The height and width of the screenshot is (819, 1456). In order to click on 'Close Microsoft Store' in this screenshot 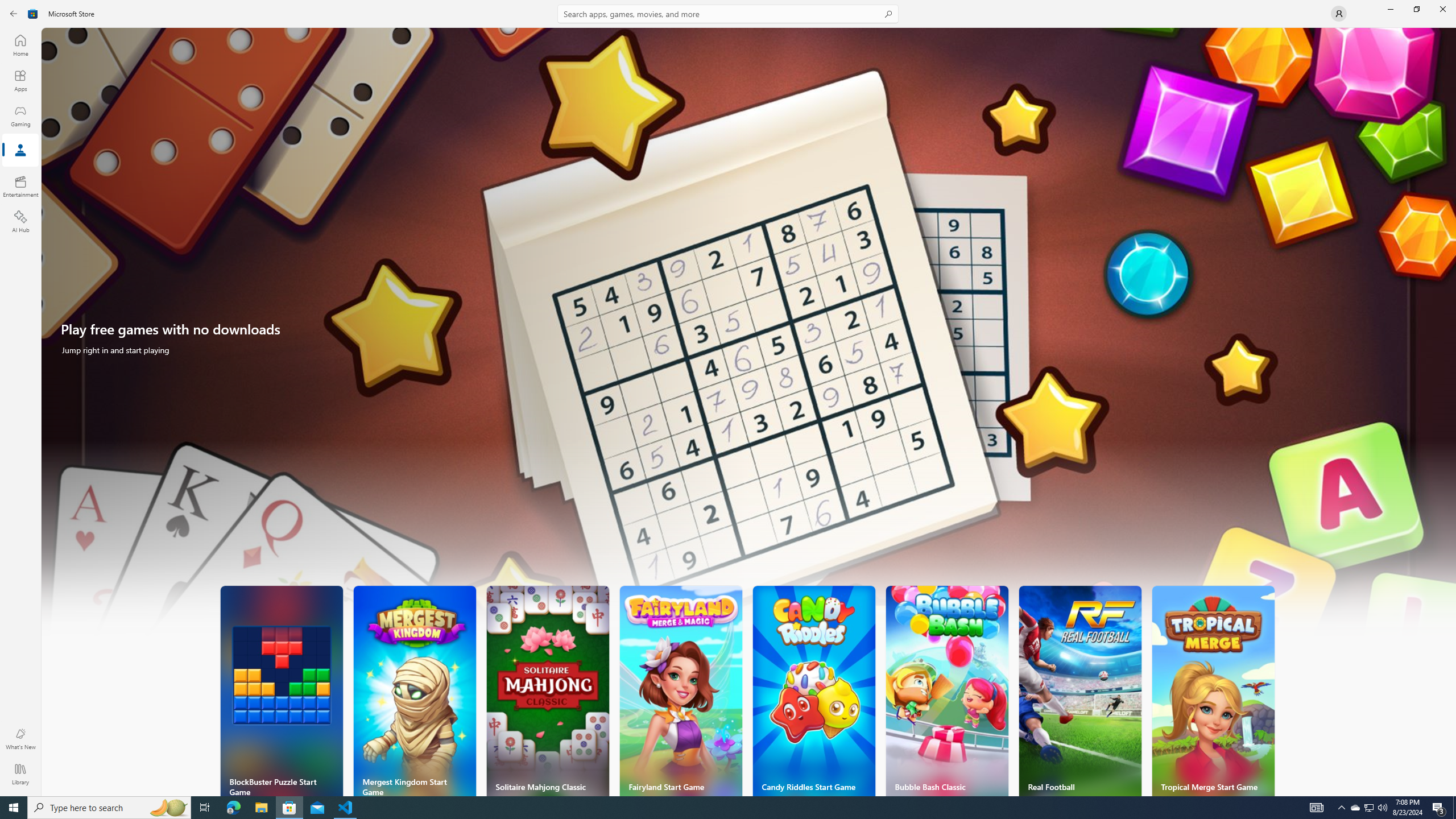, I will do `click(1442, 9)`.